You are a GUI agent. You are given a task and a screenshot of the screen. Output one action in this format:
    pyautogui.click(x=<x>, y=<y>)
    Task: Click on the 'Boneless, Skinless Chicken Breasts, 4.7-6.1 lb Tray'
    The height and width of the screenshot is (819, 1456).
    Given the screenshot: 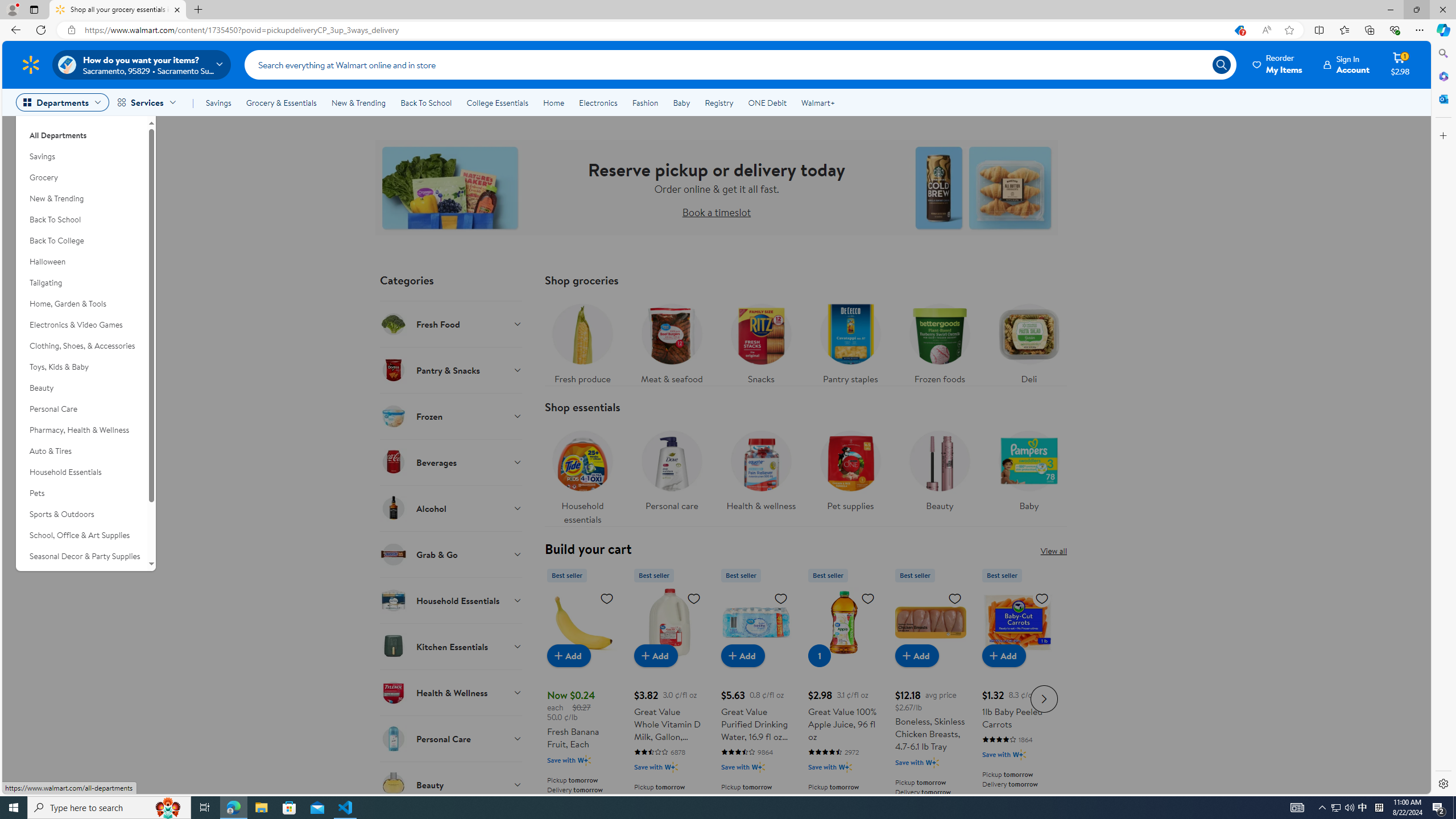 What is the action you would take?
    pyautogui.click(x=930, y=697)
    